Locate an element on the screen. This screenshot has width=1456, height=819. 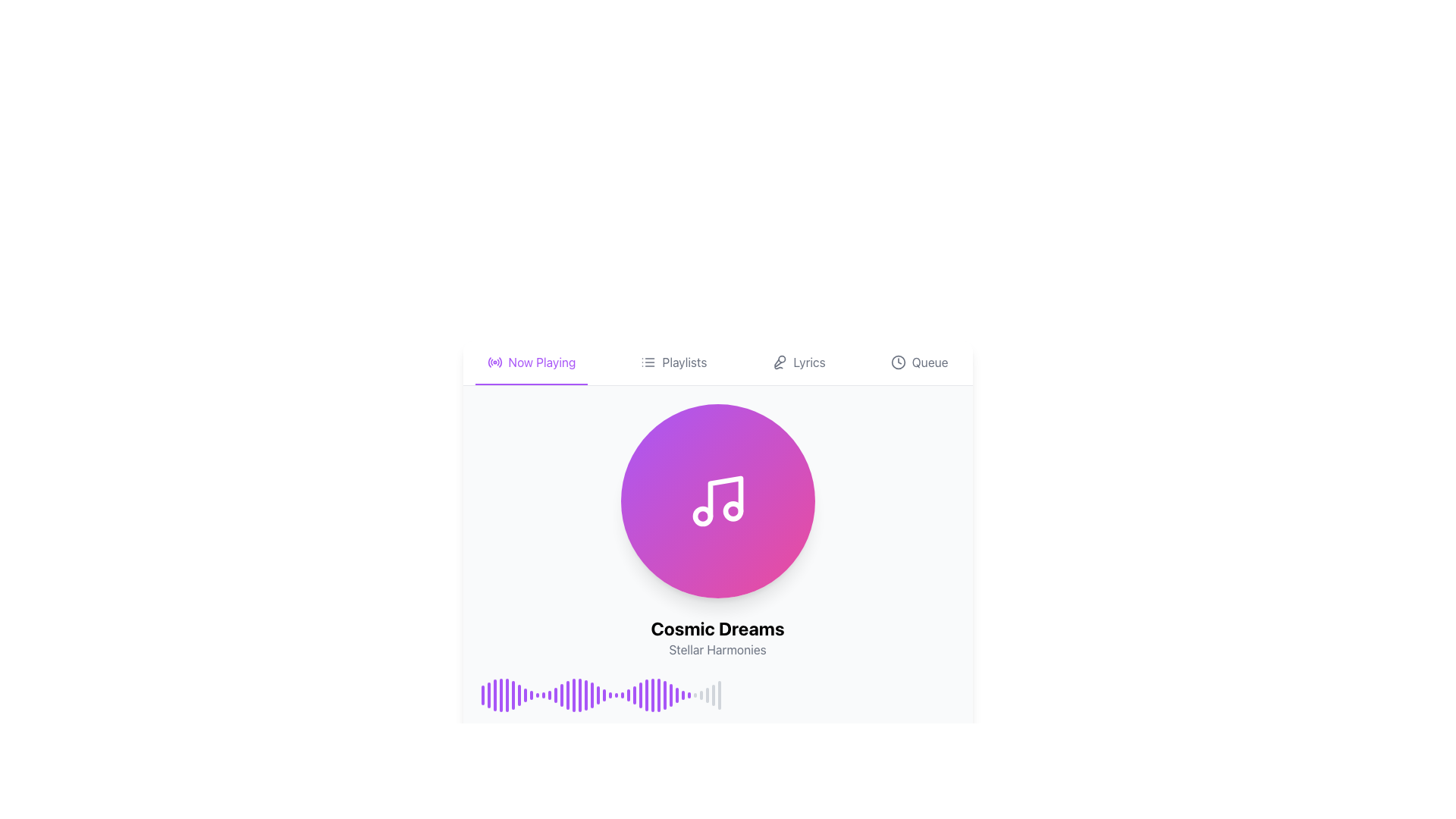
the eighth purple vertical bar with rounded tops and bottoms in the waveform structure located beneath the 'Cosmic Dreams' icon is located at coordinates (525, 695).